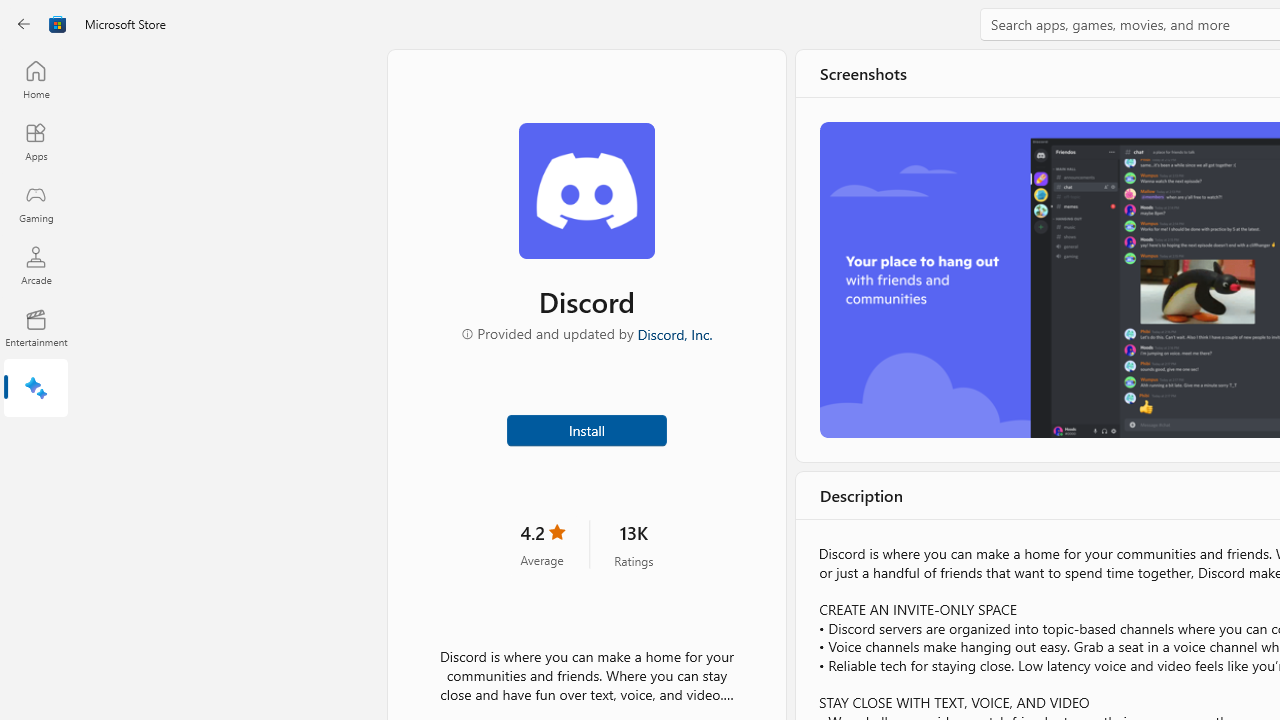 This screenshot has width=1280, height=720. What do you see at coordinates (35, 264) in the screenshot?
I see `'Arcade'` at bounding box center [35, 264].